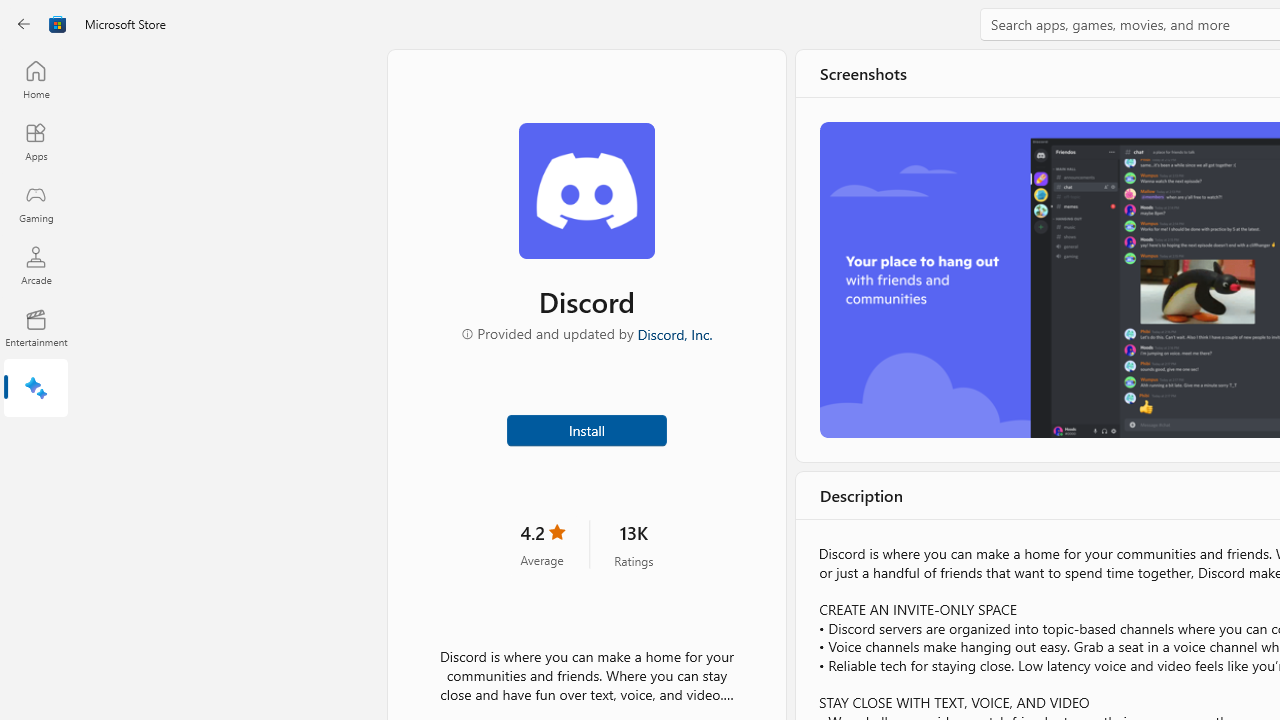 This screenshot has width=1280, height=720. What do you see at coordinates (35, 264) in the screenshot?
I see `'Arcade'` at bounding box center [35, 264].